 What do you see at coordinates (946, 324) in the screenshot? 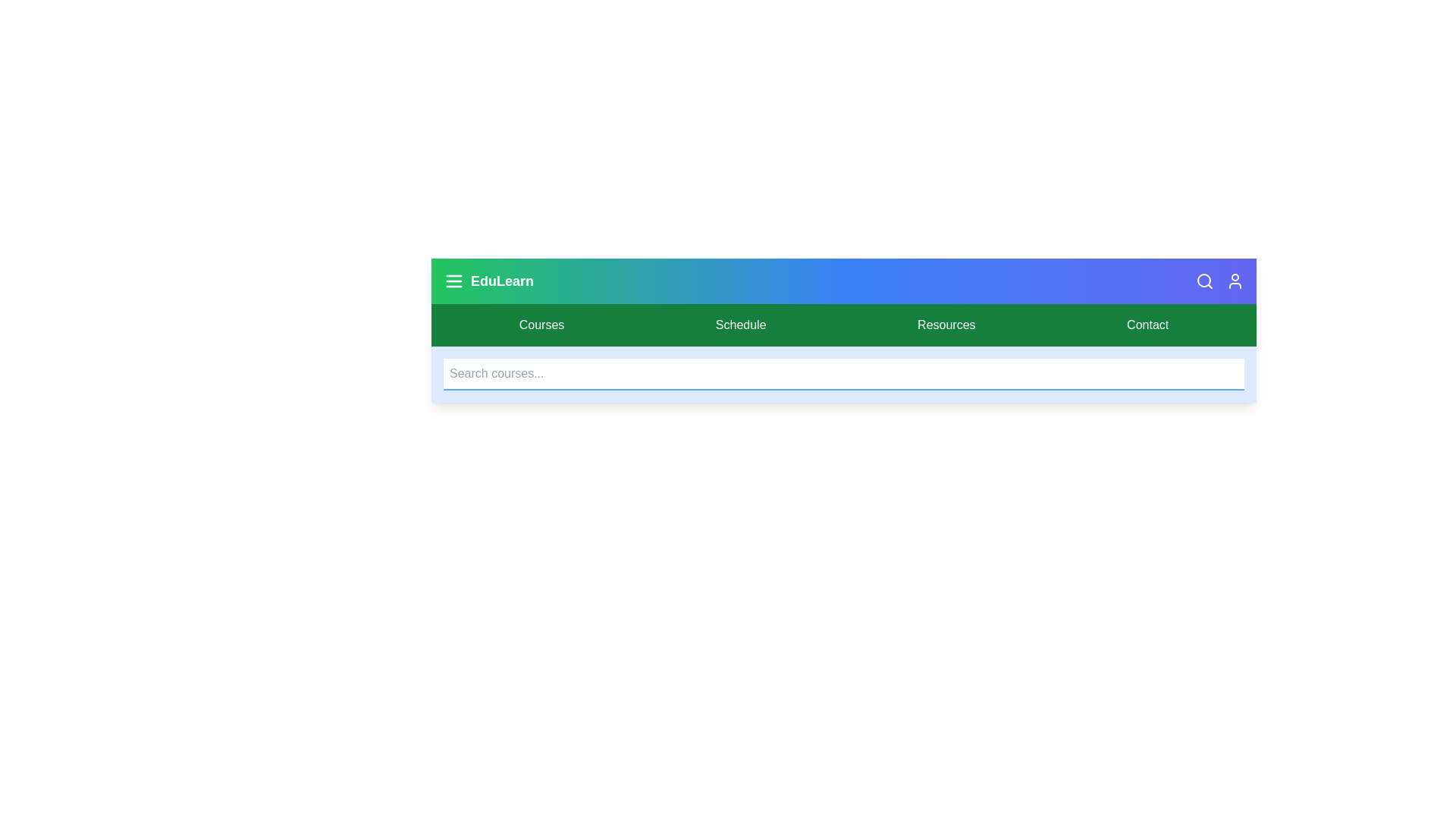
I see `the Resources navigation link` at bounding box center [946, 324].